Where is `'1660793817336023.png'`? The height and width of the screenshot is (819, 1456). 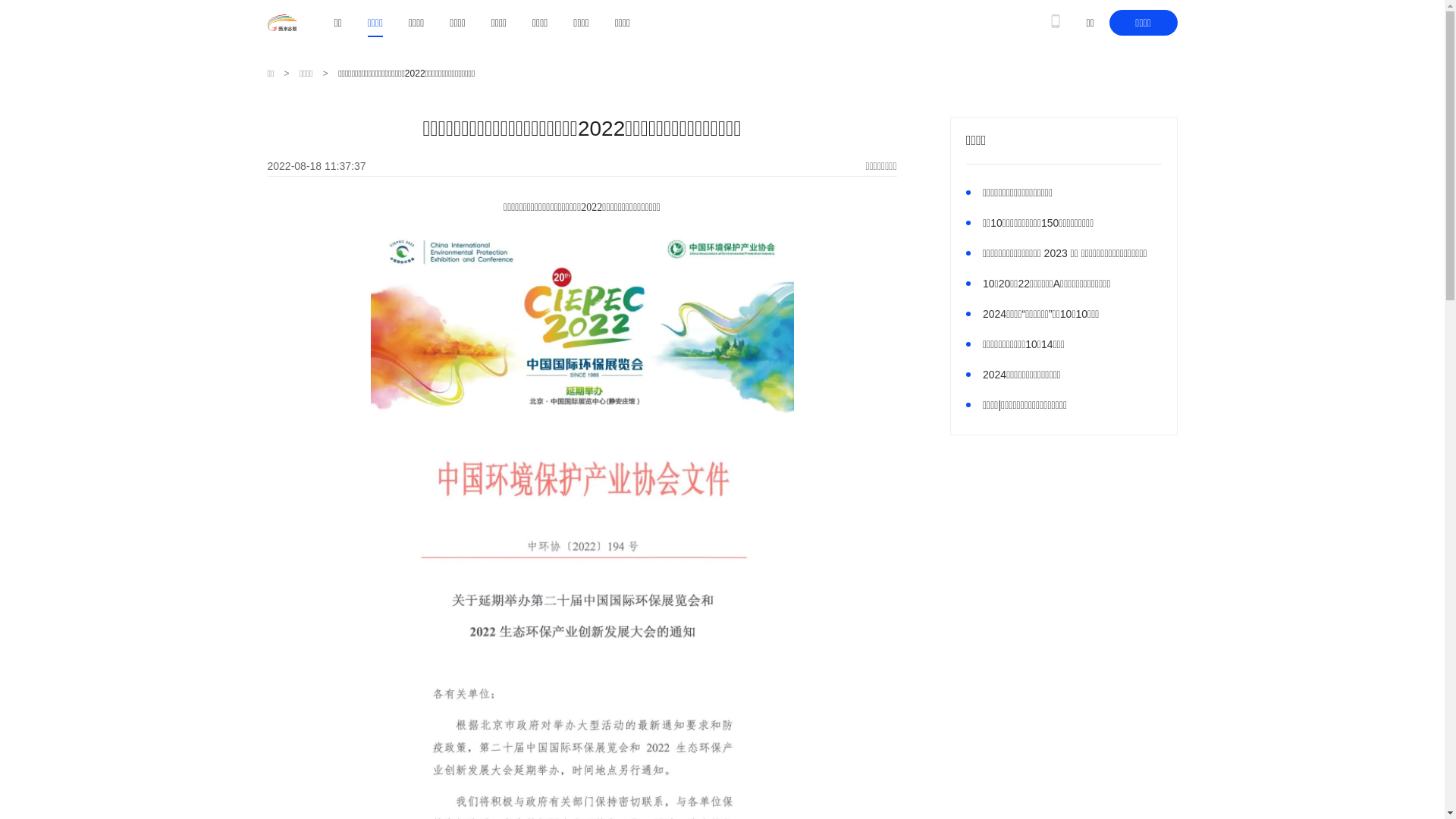 '1660793817336023.png' is located at coordinates (581, 323).